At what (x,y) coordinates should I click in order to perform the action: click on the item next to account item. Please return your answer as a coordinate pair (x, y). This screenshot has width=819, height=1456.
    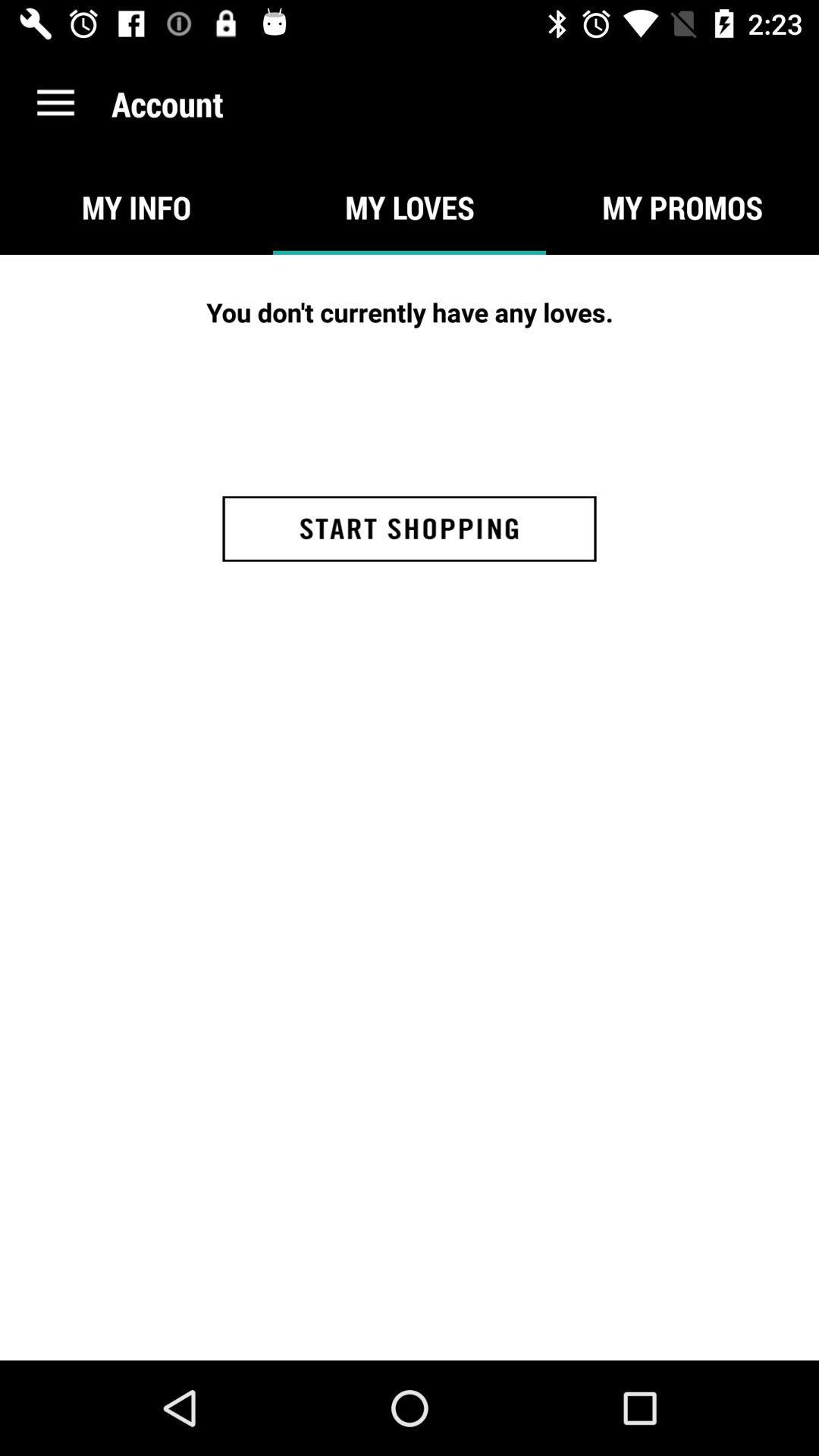
    Looking at the image, I should click on (55, 102).